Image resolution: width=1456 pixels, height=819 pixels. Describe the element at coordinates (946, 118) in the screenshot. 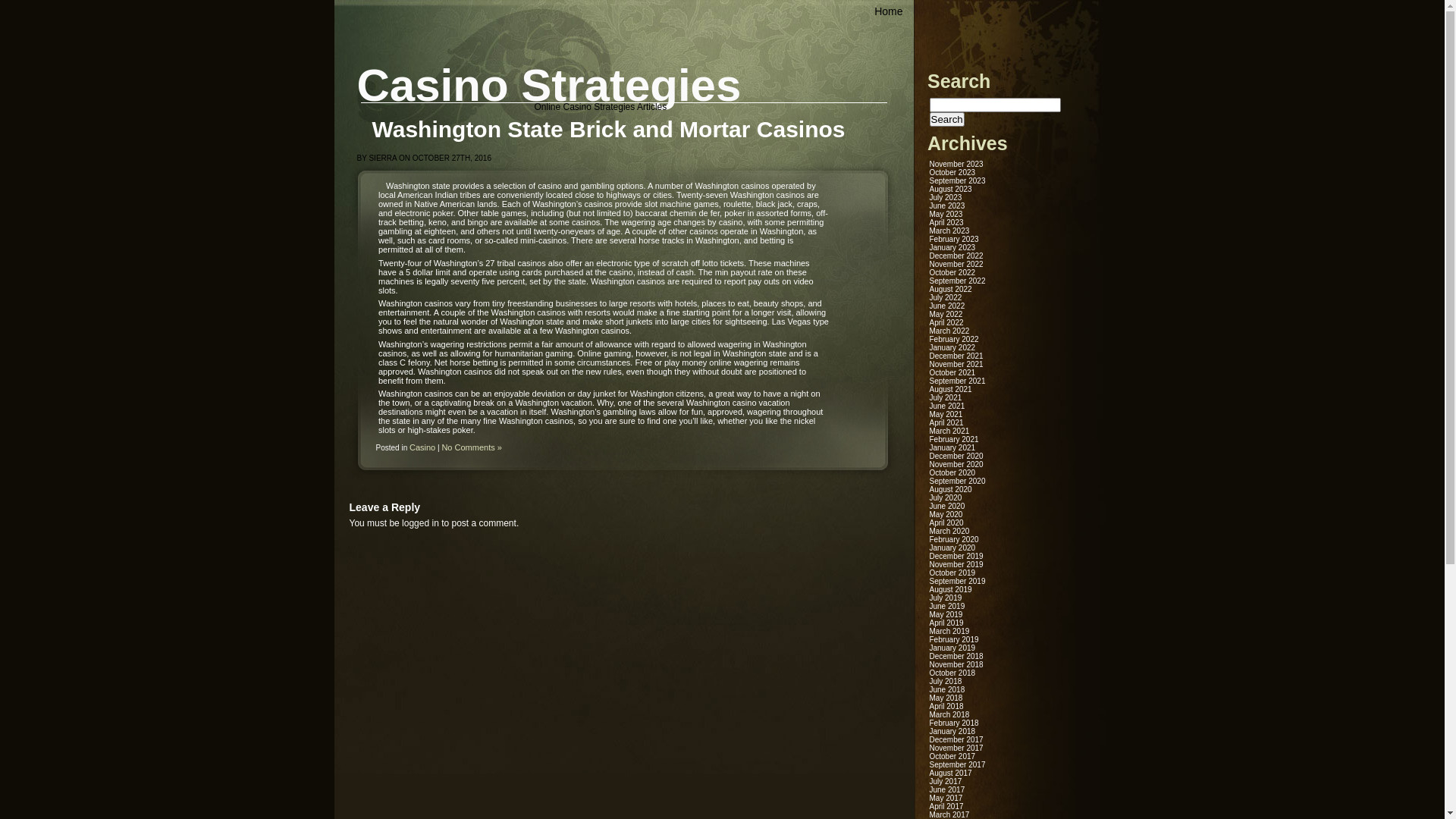

I see `'Search'` at that location.